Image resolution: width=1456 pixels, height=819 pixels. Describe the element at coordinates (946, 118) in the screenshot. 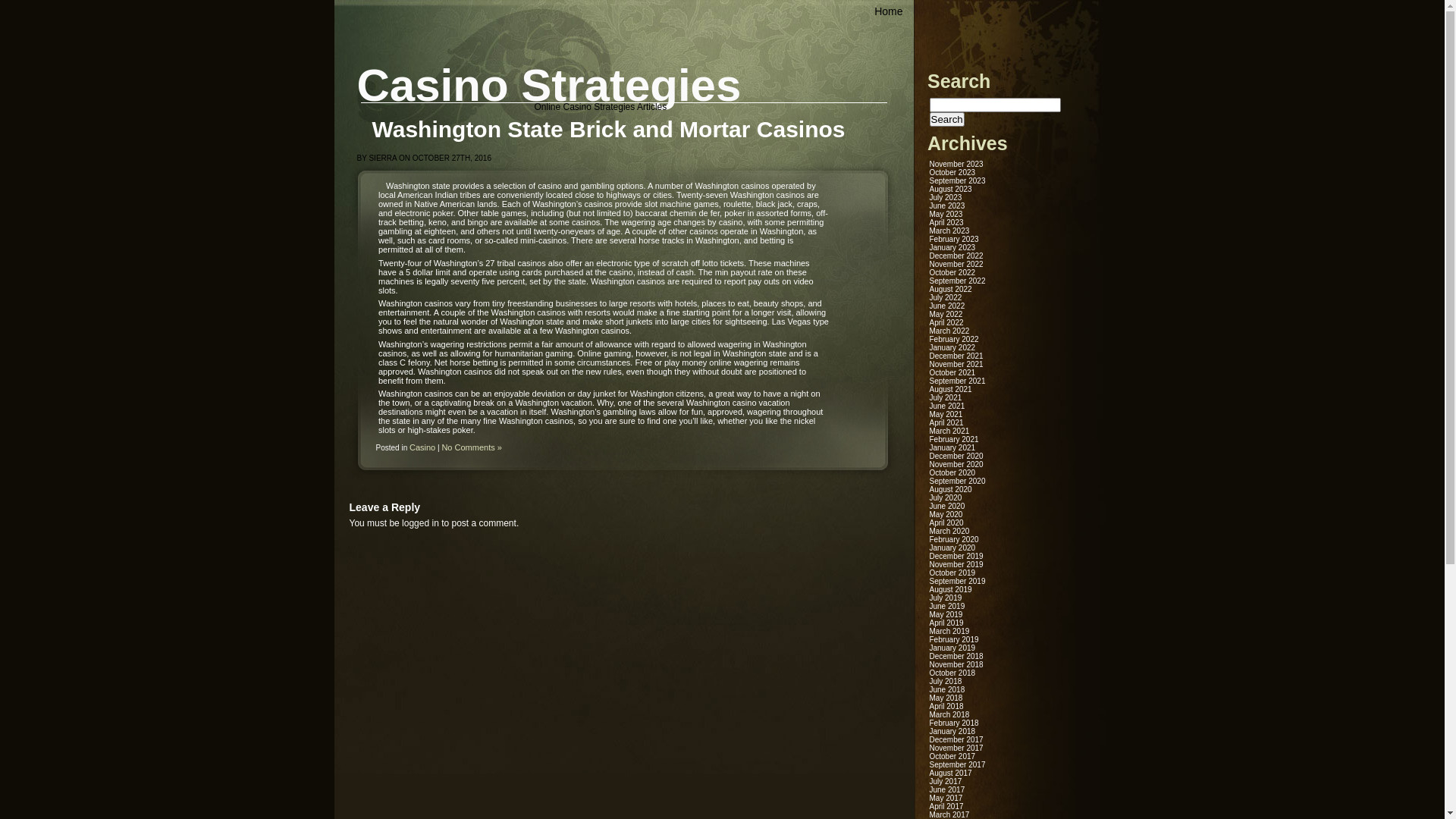

I see `'Search'` at that location.